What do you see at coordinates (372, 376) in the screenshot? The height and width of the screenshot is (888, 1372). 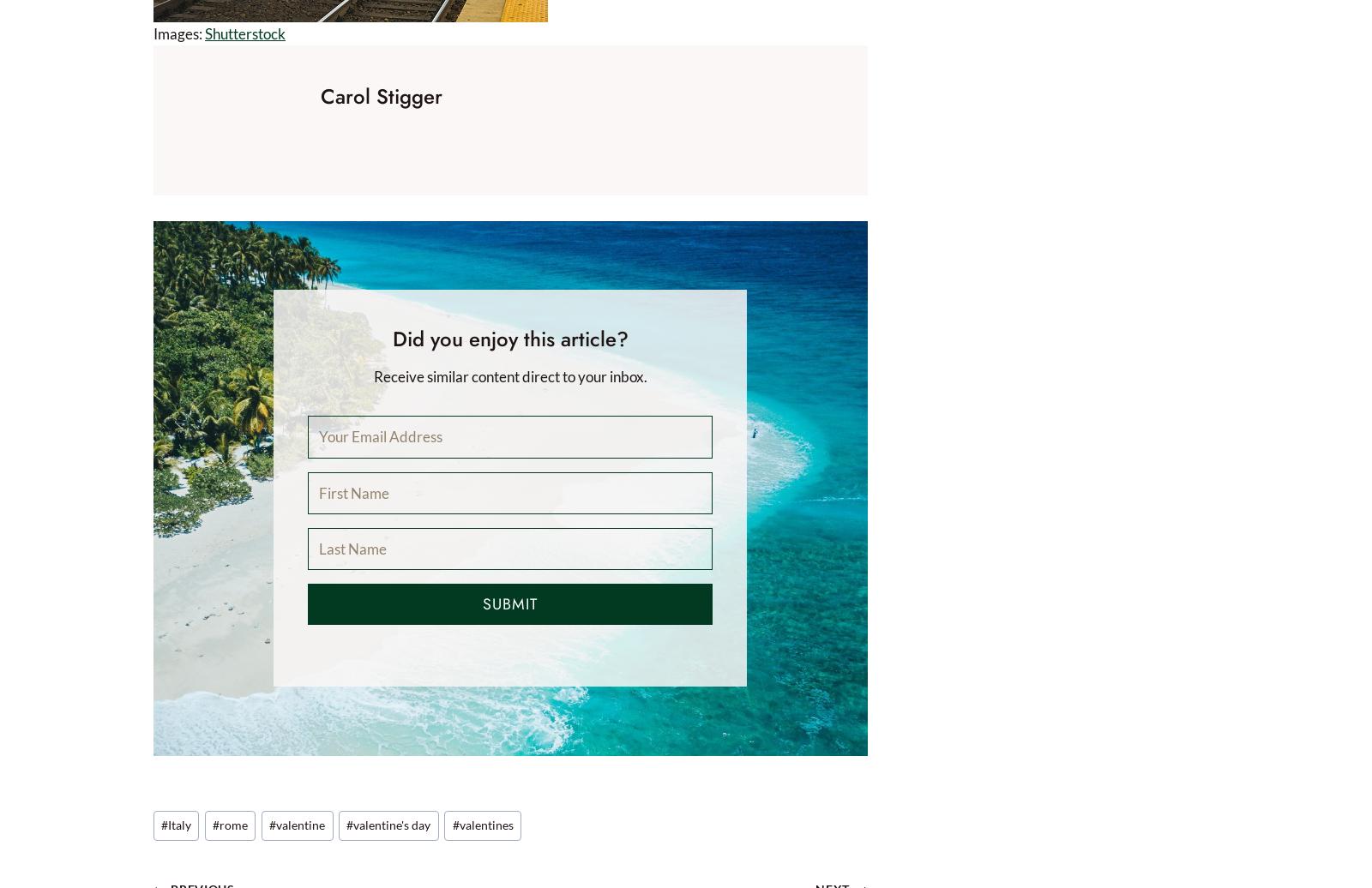 I see `'Receive similar content direct to your inbox.'` at bounding box center [372, 376].